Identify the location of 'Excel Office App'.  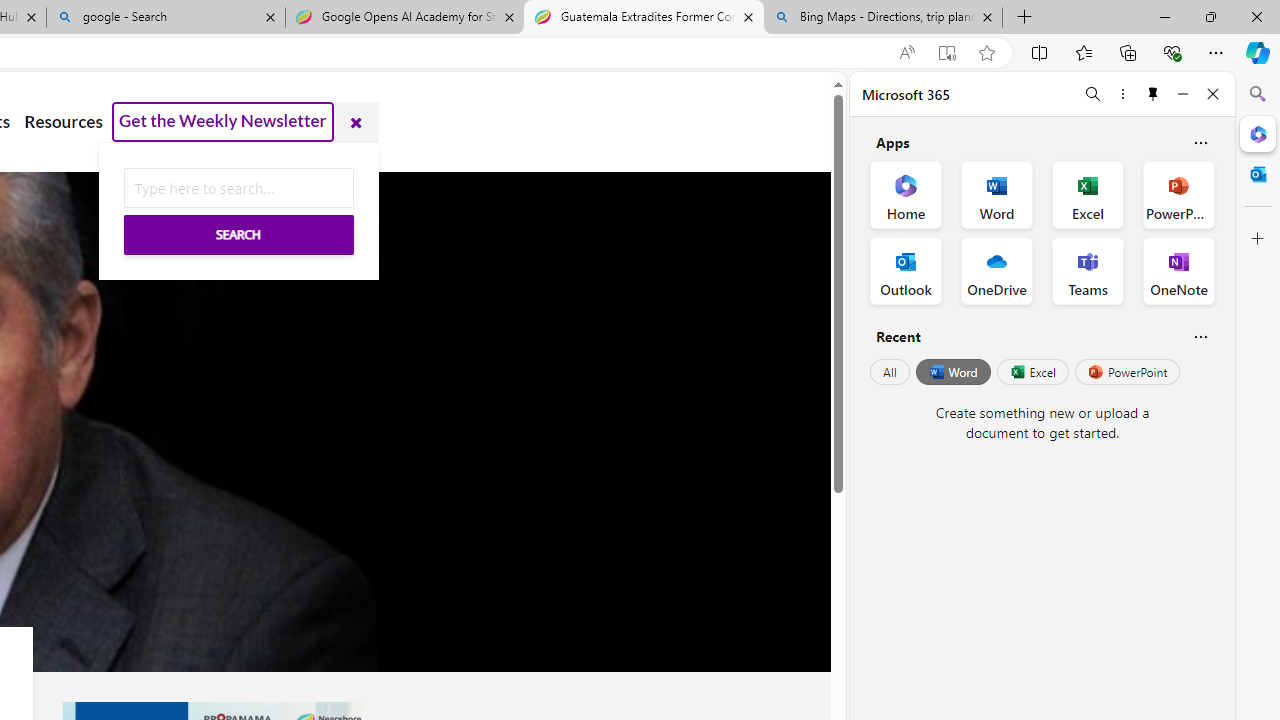
(1087, 195).